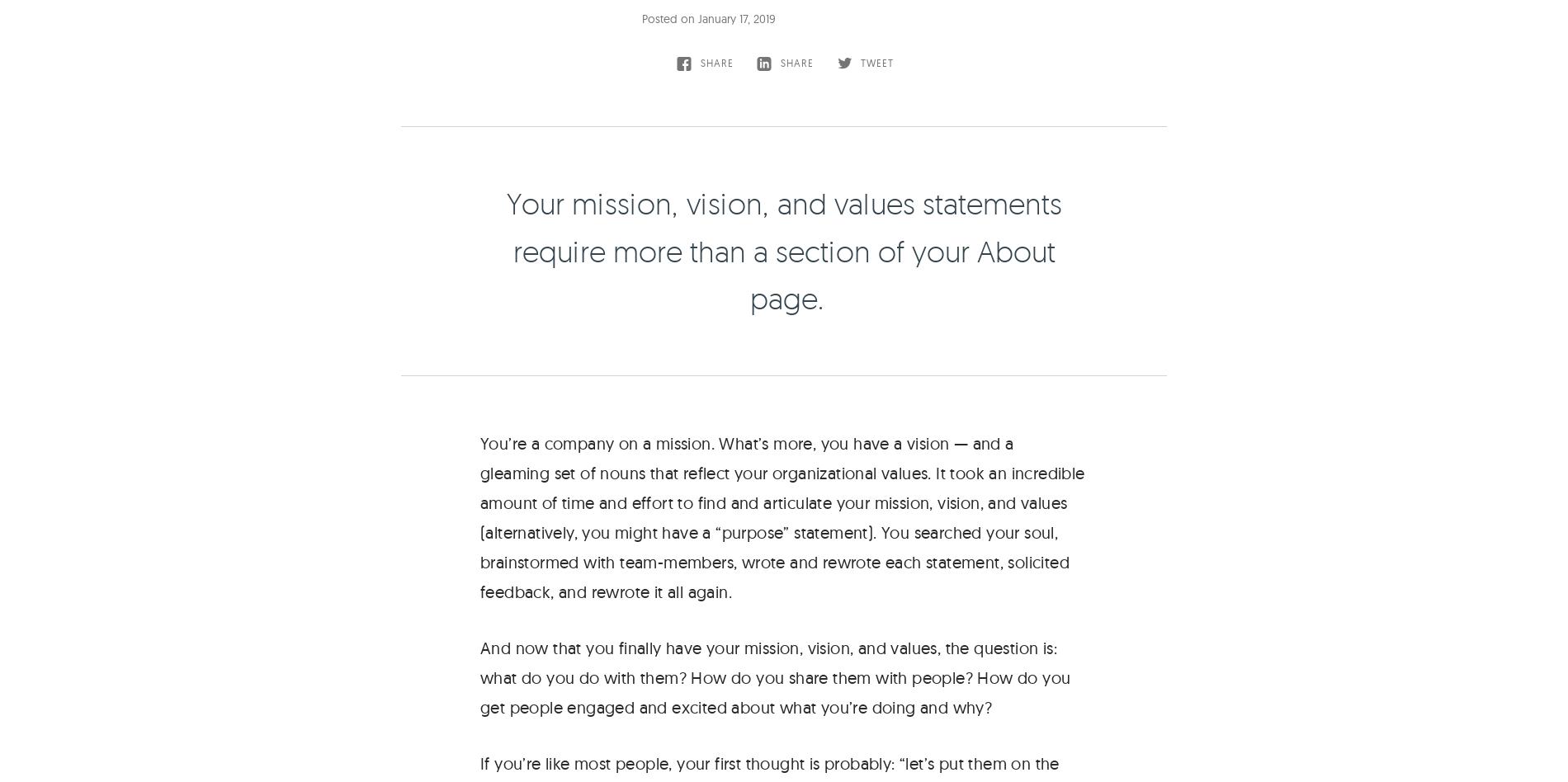  What do you see at coordinates (857, 386) in the screenshot?
I see `'Read the current issue.'` at bounding box center [857, 386].